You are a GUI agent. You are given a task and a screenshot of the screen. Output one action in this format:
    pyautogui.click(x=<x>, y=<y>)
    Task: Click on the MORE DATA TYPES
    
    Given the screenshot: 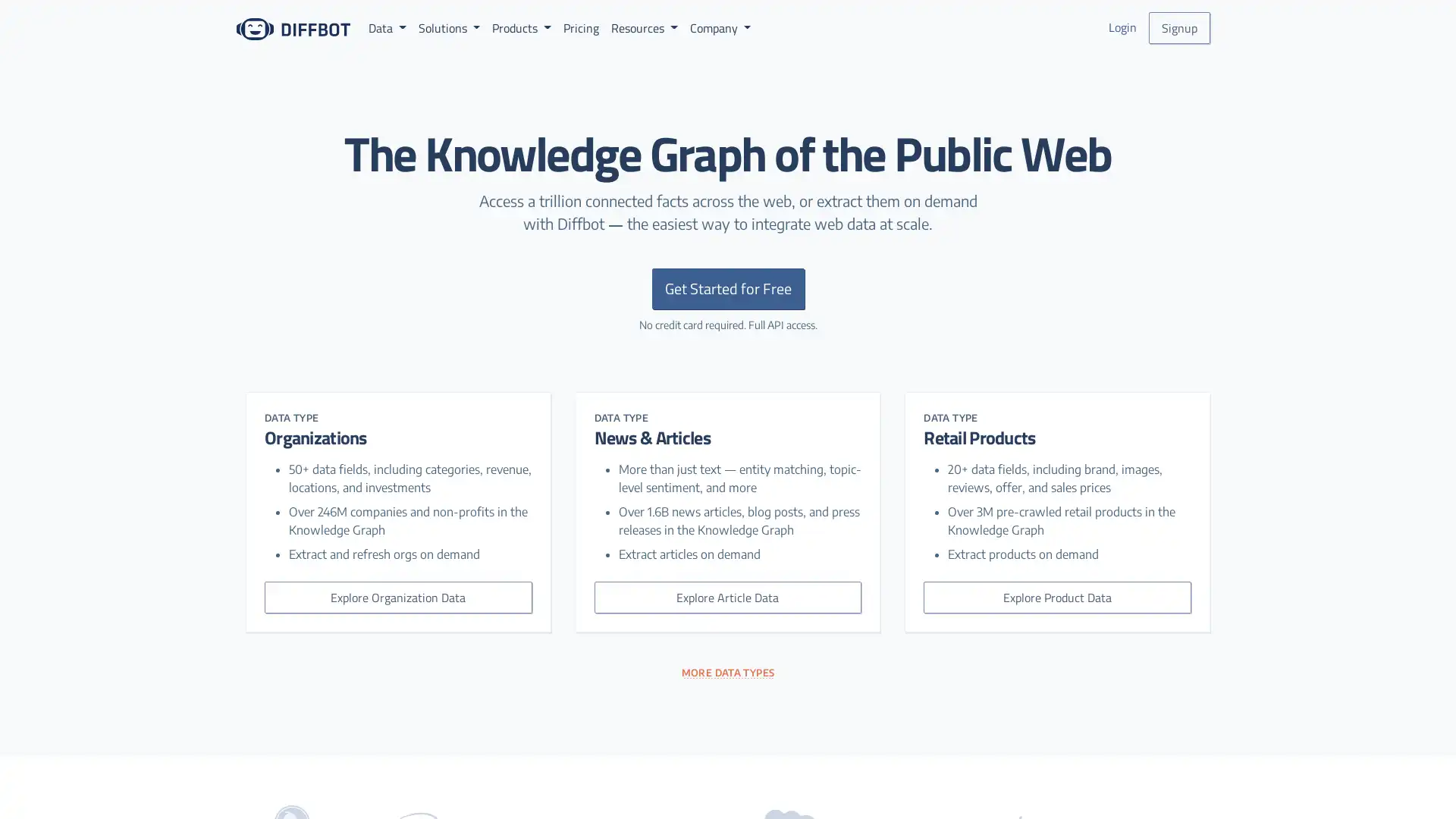 What is the action you would take?
    pyautogui.click(x=726, y=671)
    